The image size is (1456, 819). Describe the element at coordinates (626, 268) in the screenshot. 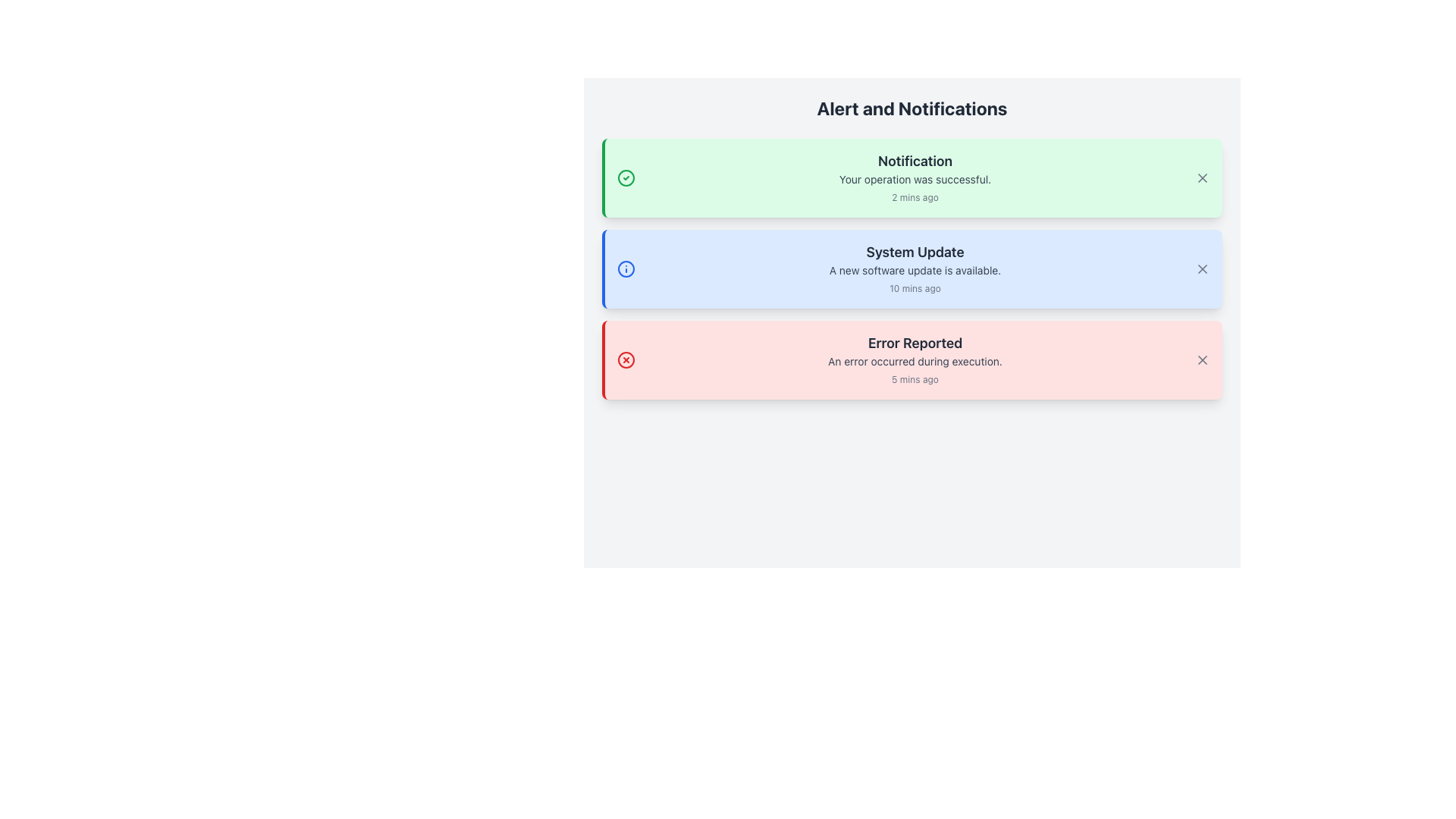

I see `the decorative SVG circle within the 'System Update' notification icon located towards the left side of the card` at that location.